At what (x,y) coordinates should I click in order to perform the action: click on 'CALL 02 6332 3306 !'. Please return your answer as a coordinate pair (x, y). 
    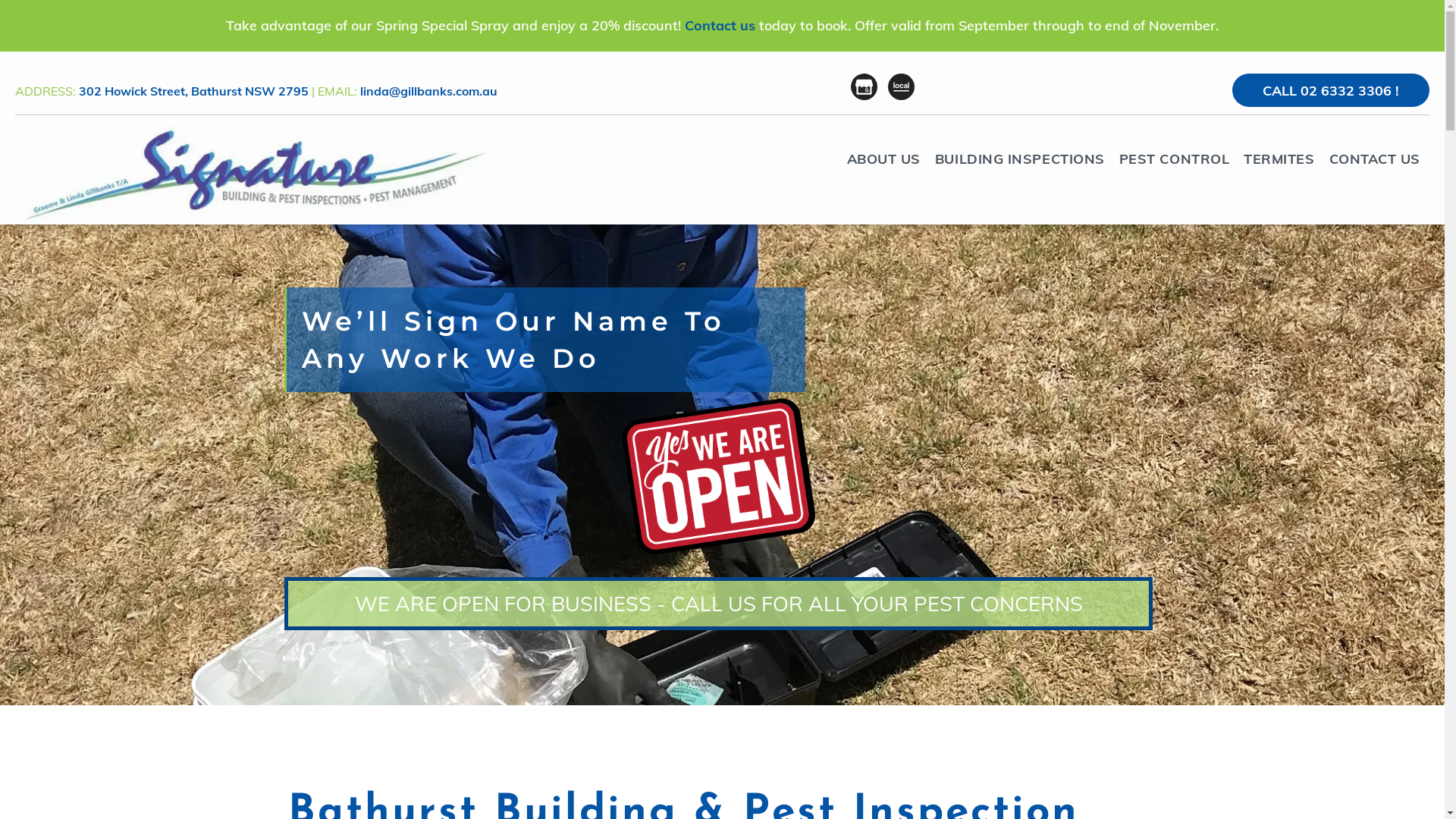
    Looking at the image, I should click on (1330, 90).